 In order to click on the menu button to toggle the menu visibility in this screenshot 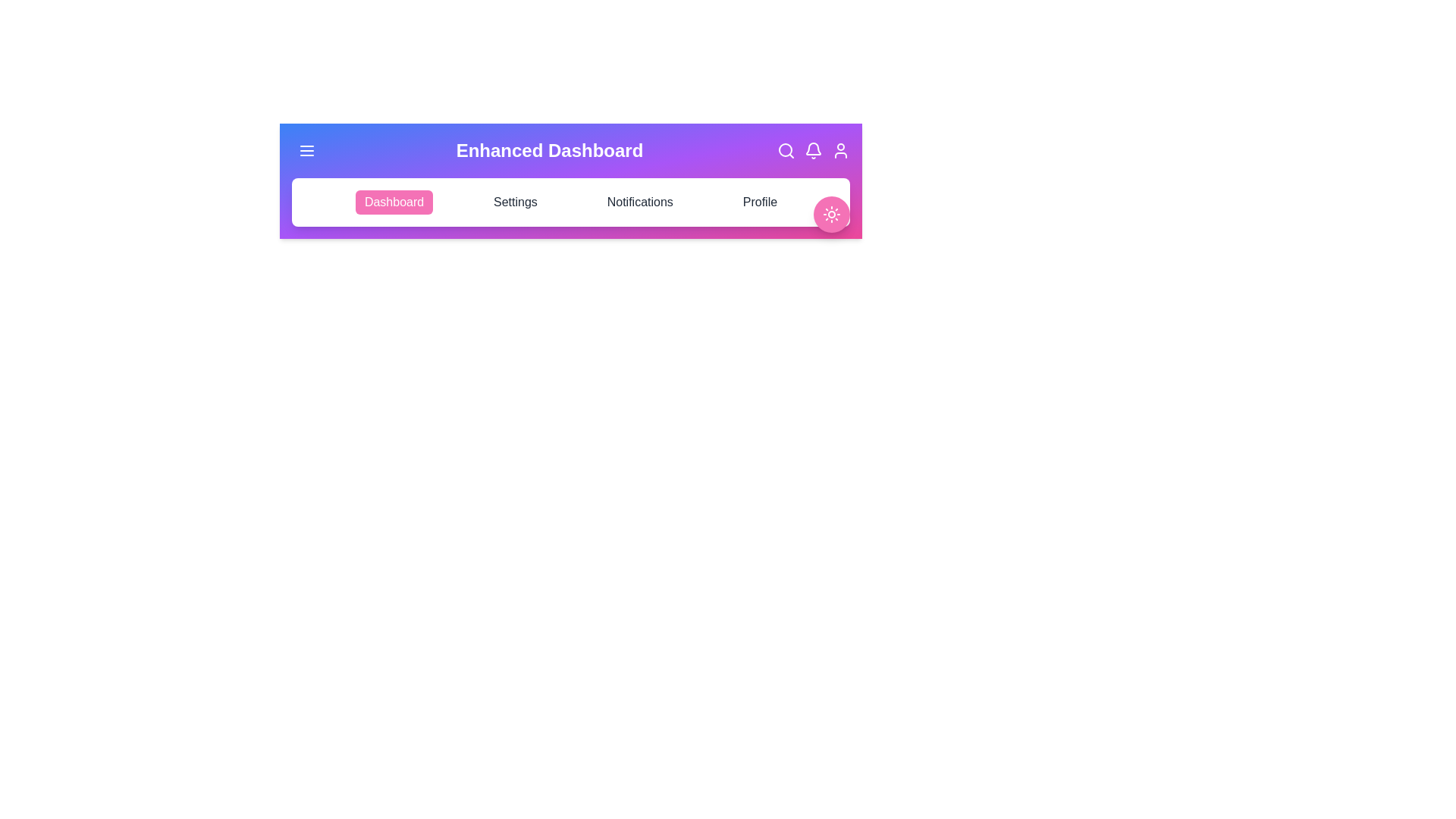, I will do `click(306, 151)`.